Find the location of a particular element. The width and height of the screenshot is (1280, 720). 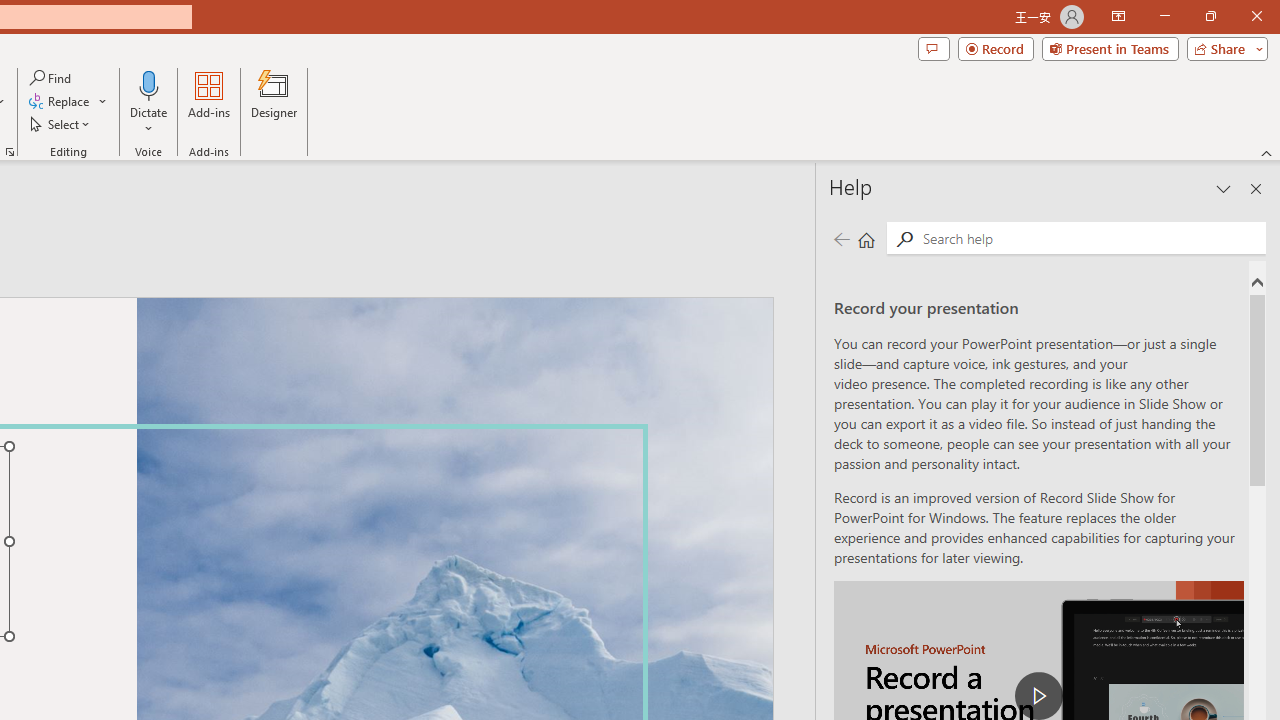

'Task Pane Options' is located at coordinates (1223, 189).